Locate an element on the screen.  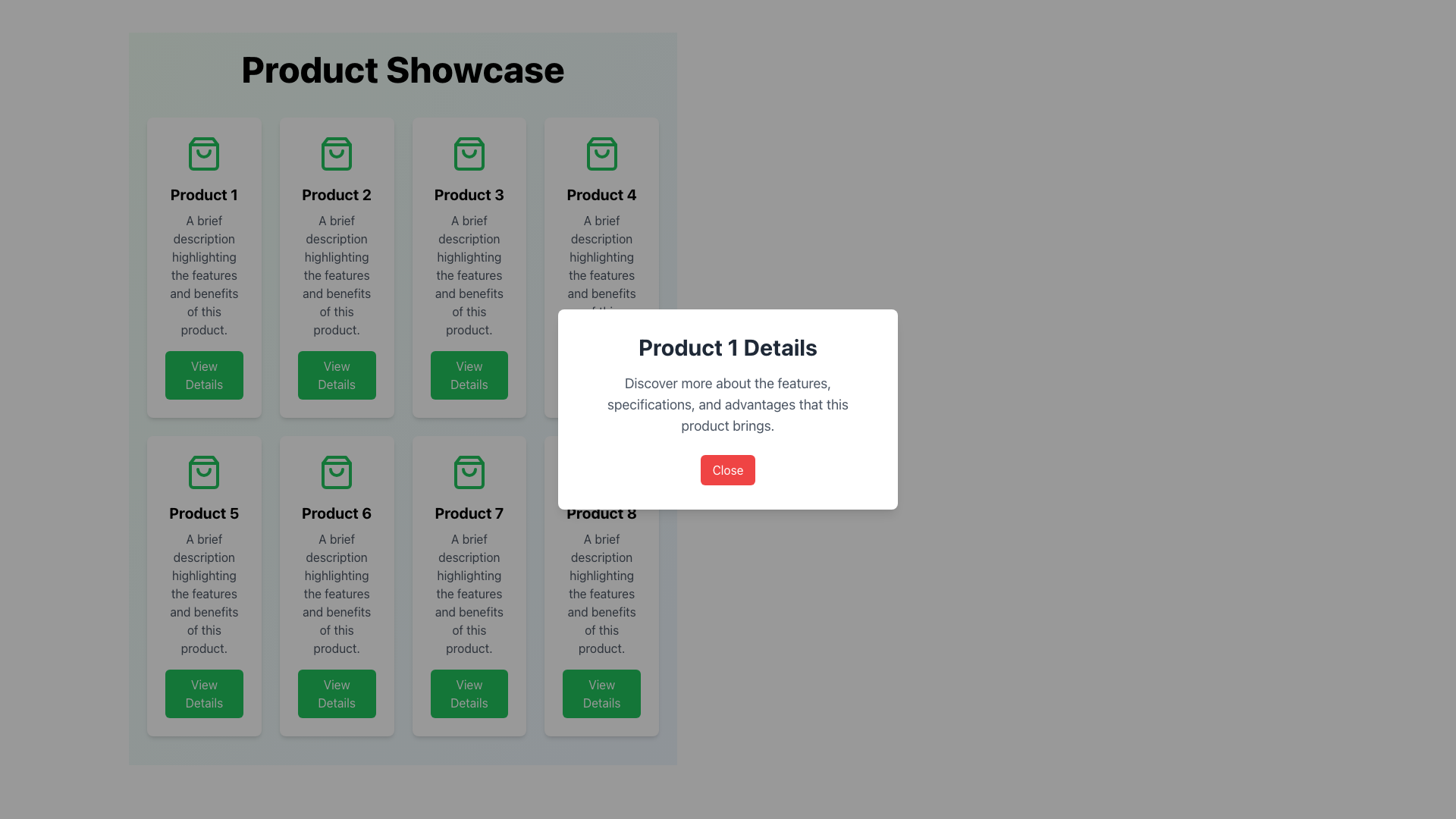
the green shopping bag icon located at the top center of the 'Product 4' card, which has rounded features and a clean outline is located at coordinates (601, 154).